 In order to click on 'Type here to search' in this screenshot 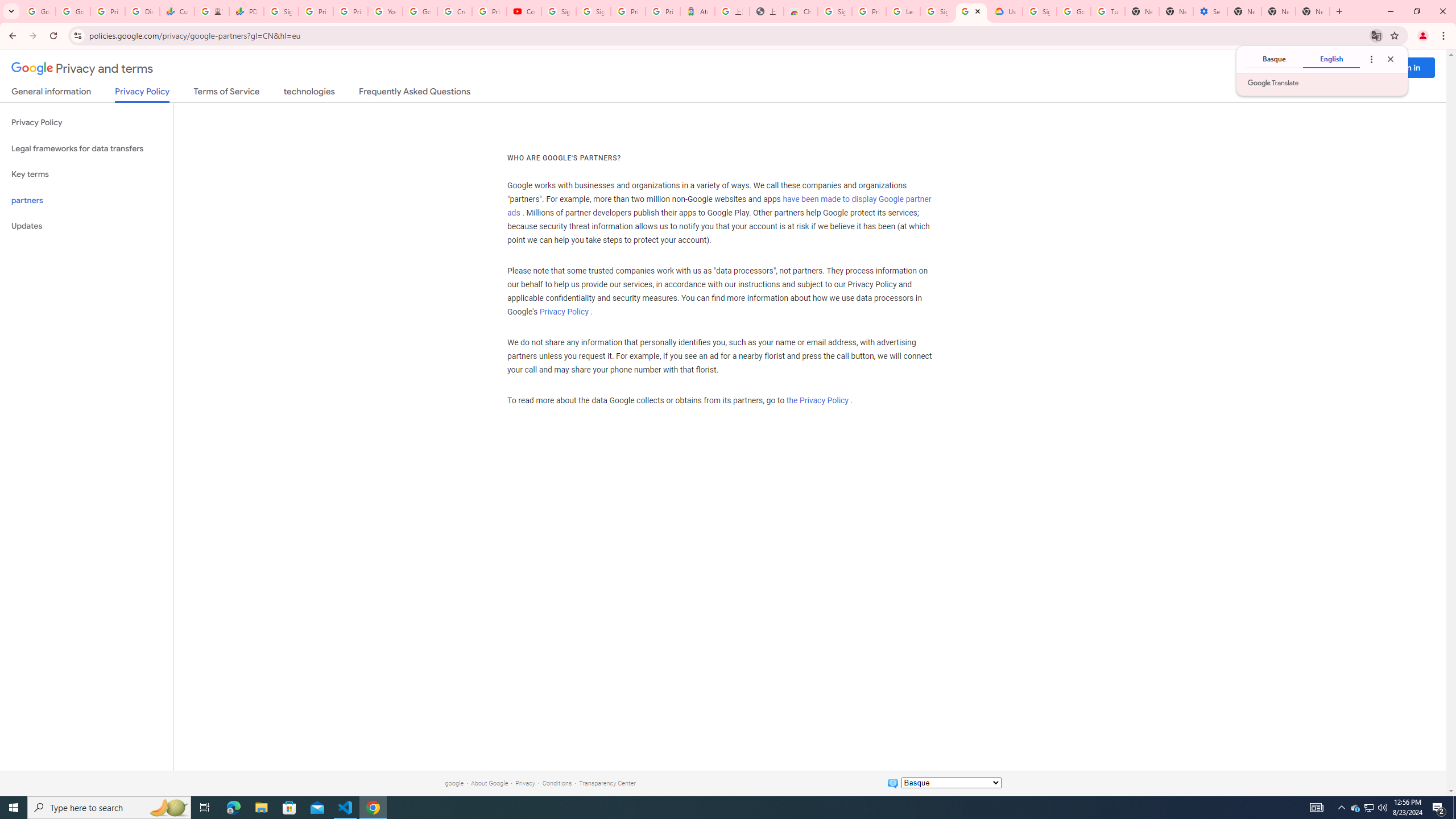, I will do `click(109, 806)`.